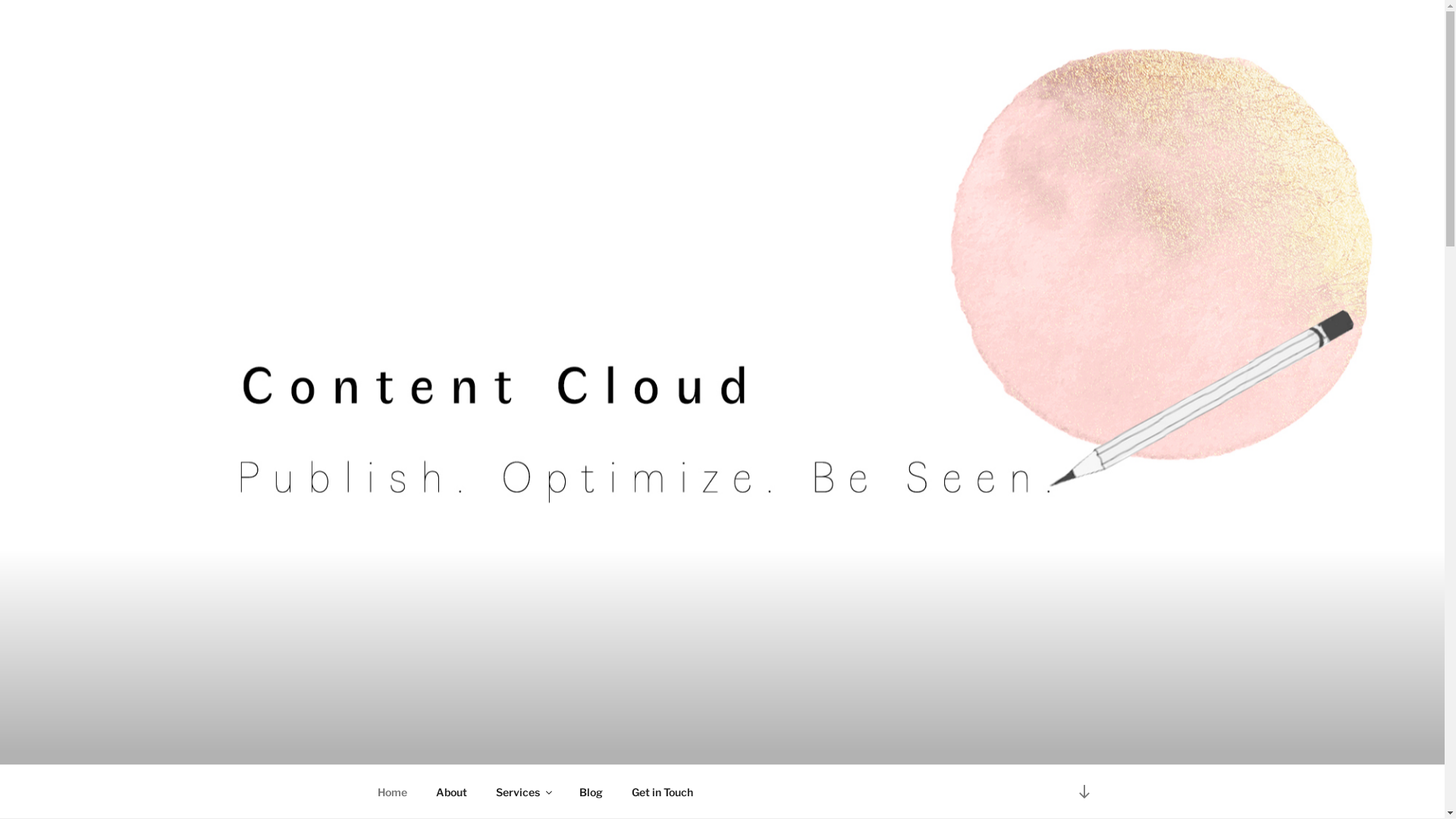  I want to click on 'Get in Touch', so click(662, 791).